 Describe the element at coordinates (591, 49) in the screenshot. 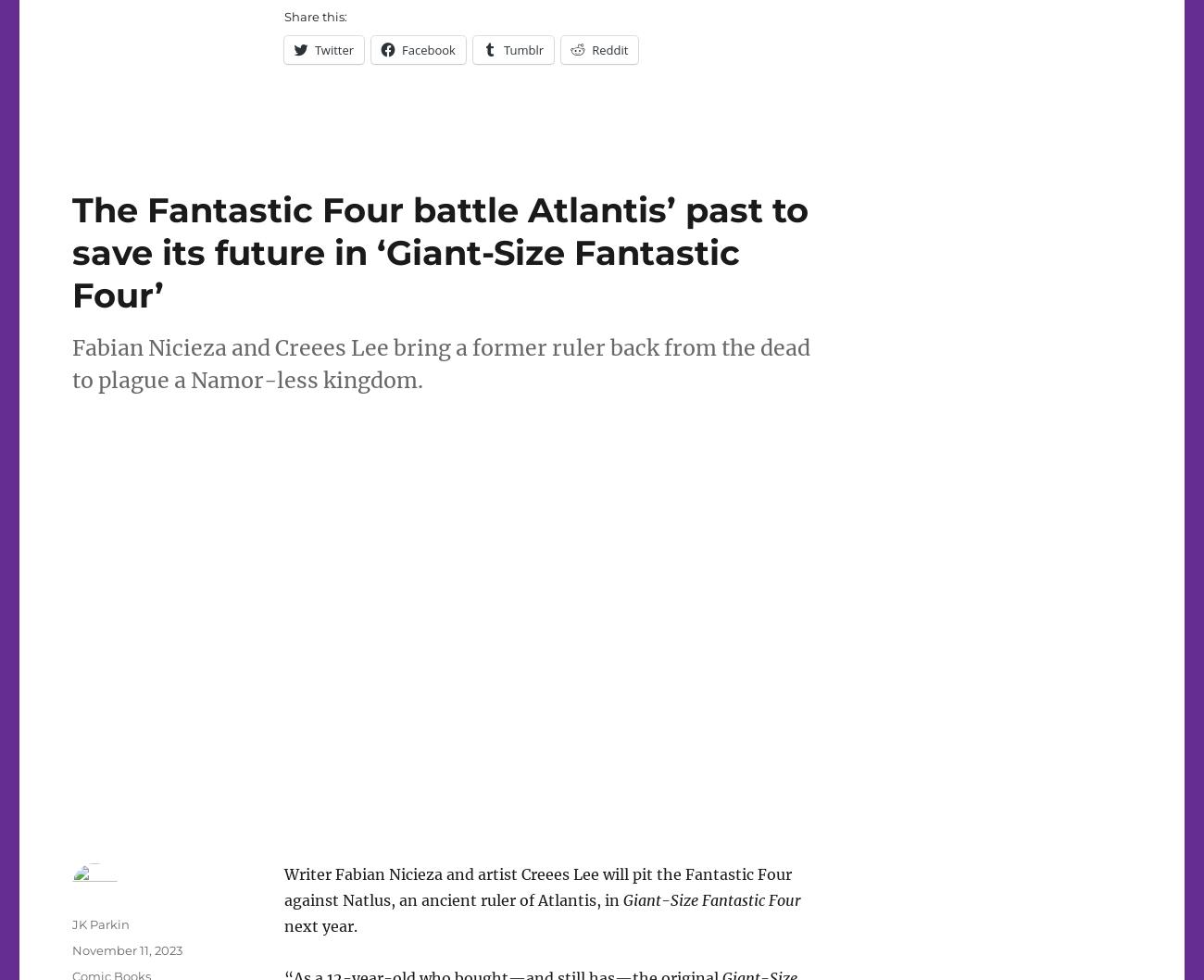

I see `'Reddit'` at that location.